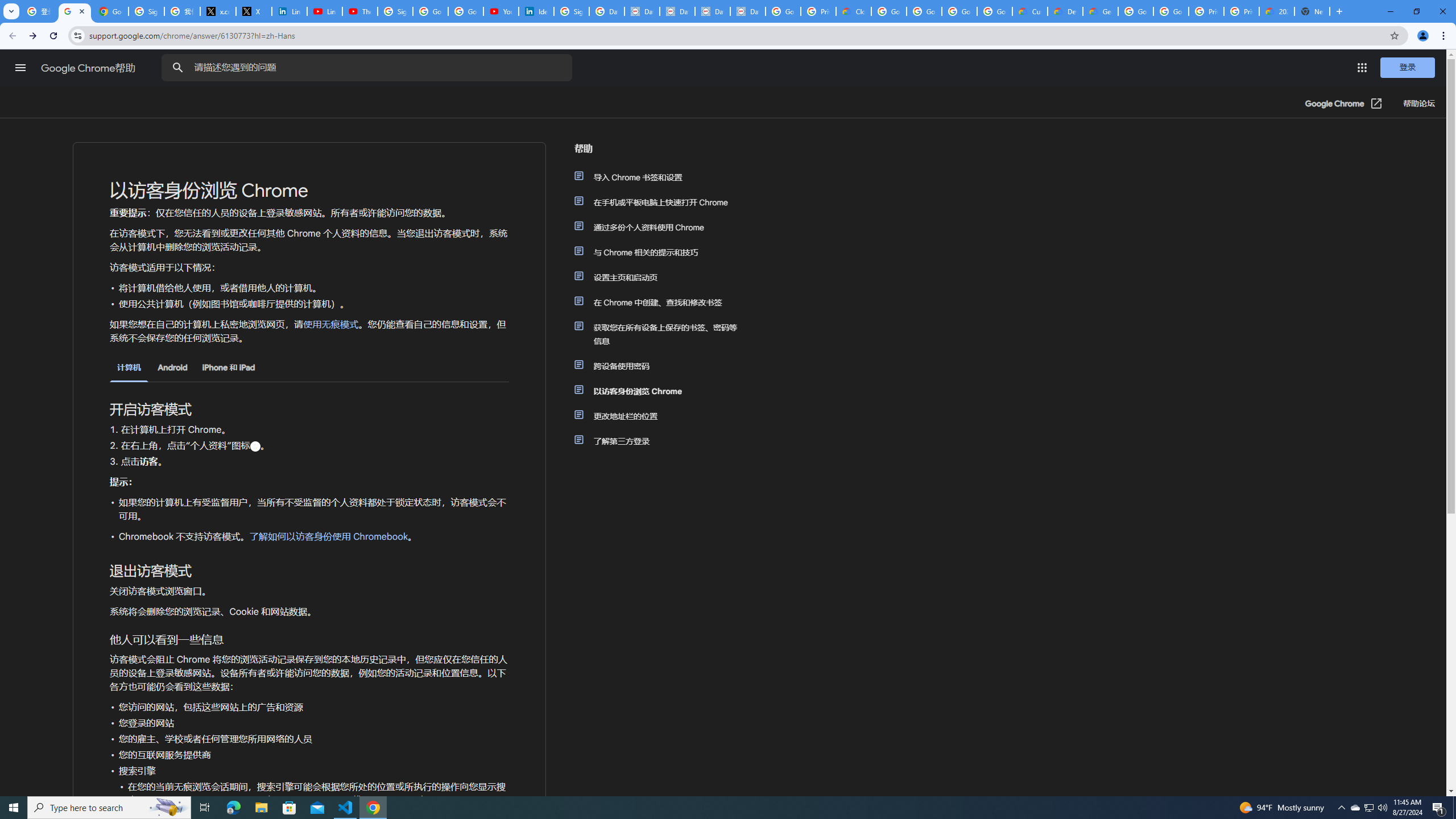 This screenshot has height=819, width=1456. Describe the element at coordinates (994, 11) in the screenshot. I see `'Google Workspace - Specific Terms'` at that location.